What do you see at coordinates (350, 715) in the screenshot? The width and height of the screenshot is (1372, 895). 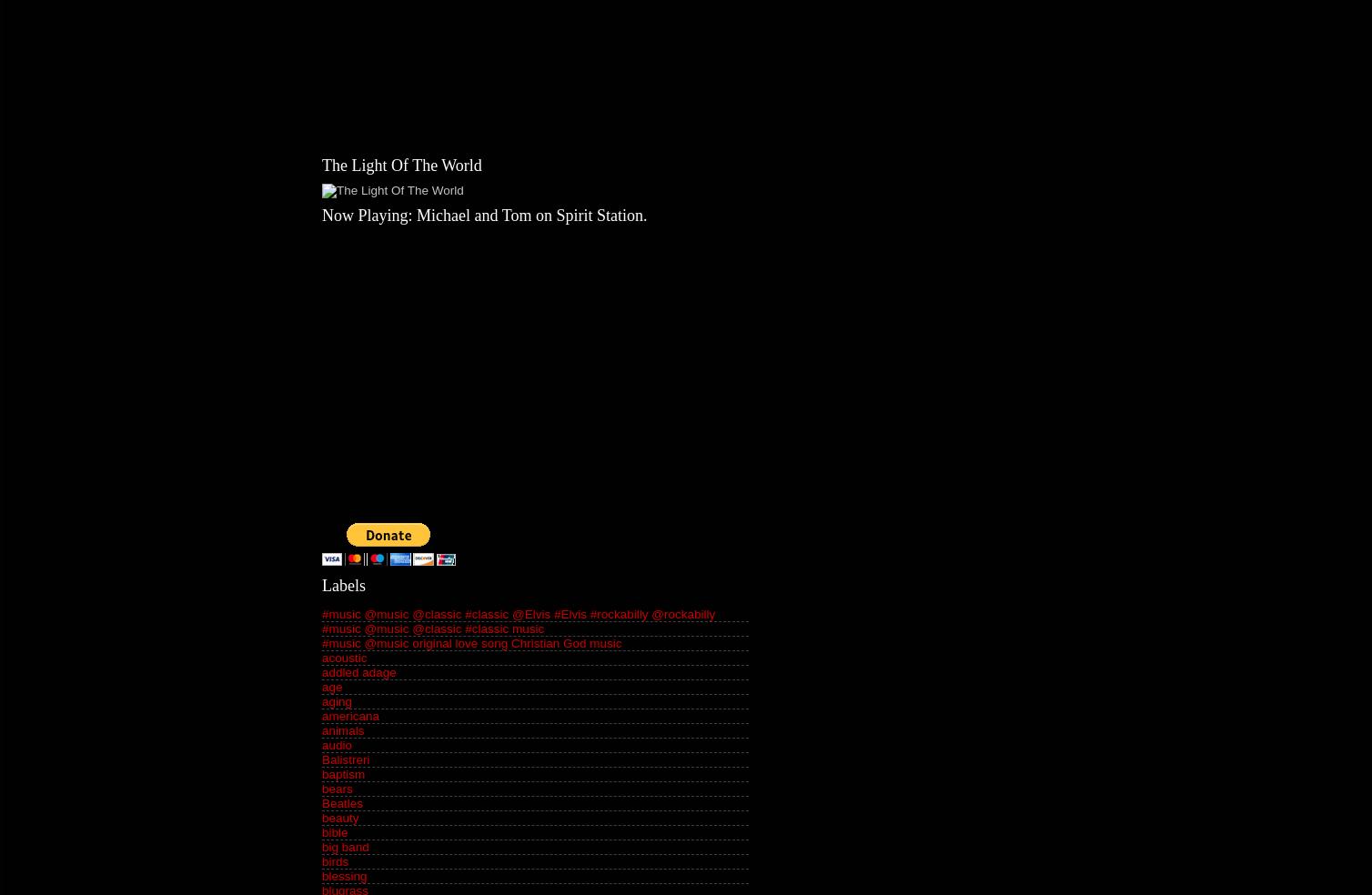 I see `'americana'` at bounding box center [350, 715].